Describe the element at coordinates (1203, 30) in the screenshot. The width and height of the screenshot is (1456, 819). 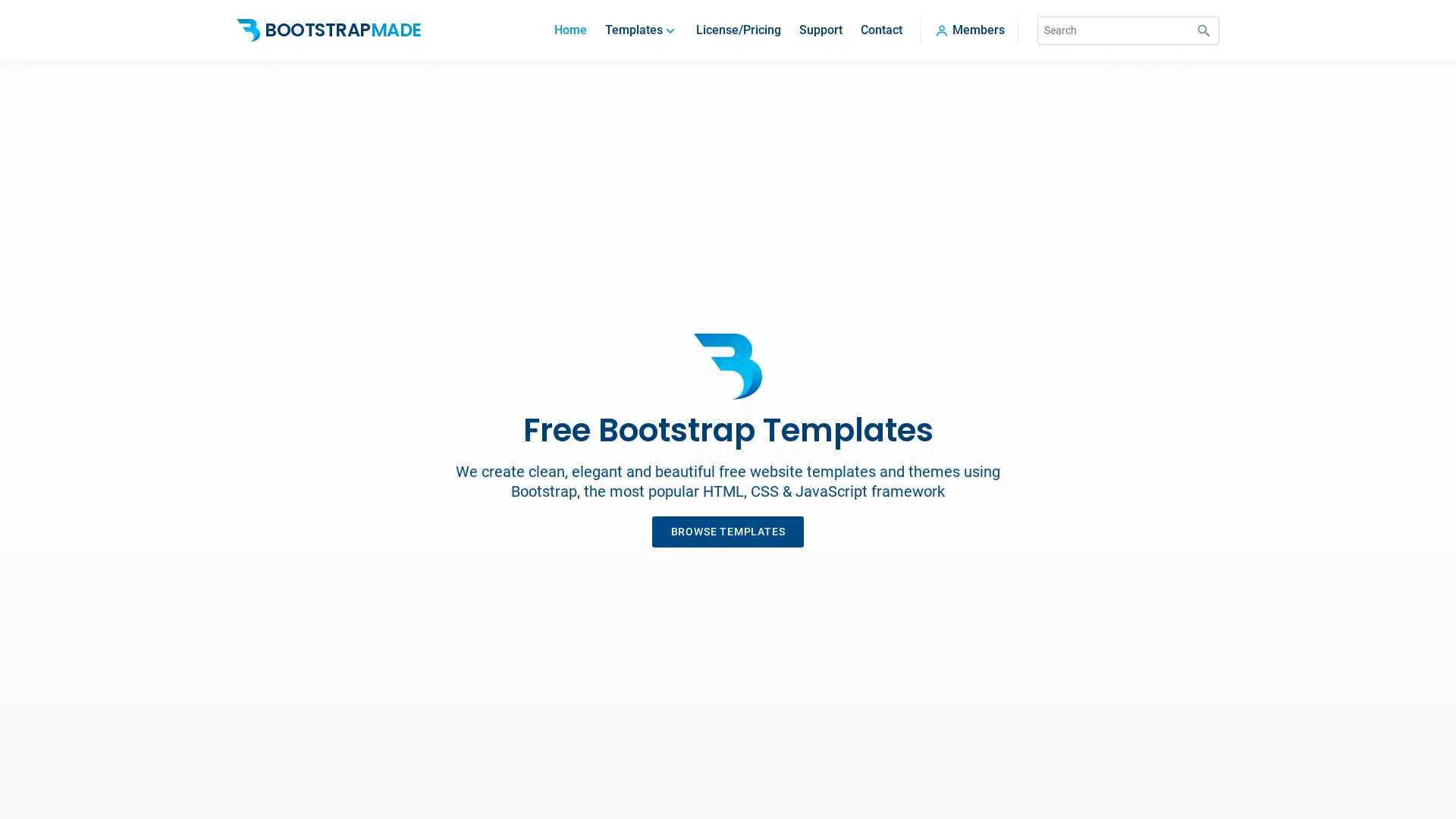
I see `Search` at that location.